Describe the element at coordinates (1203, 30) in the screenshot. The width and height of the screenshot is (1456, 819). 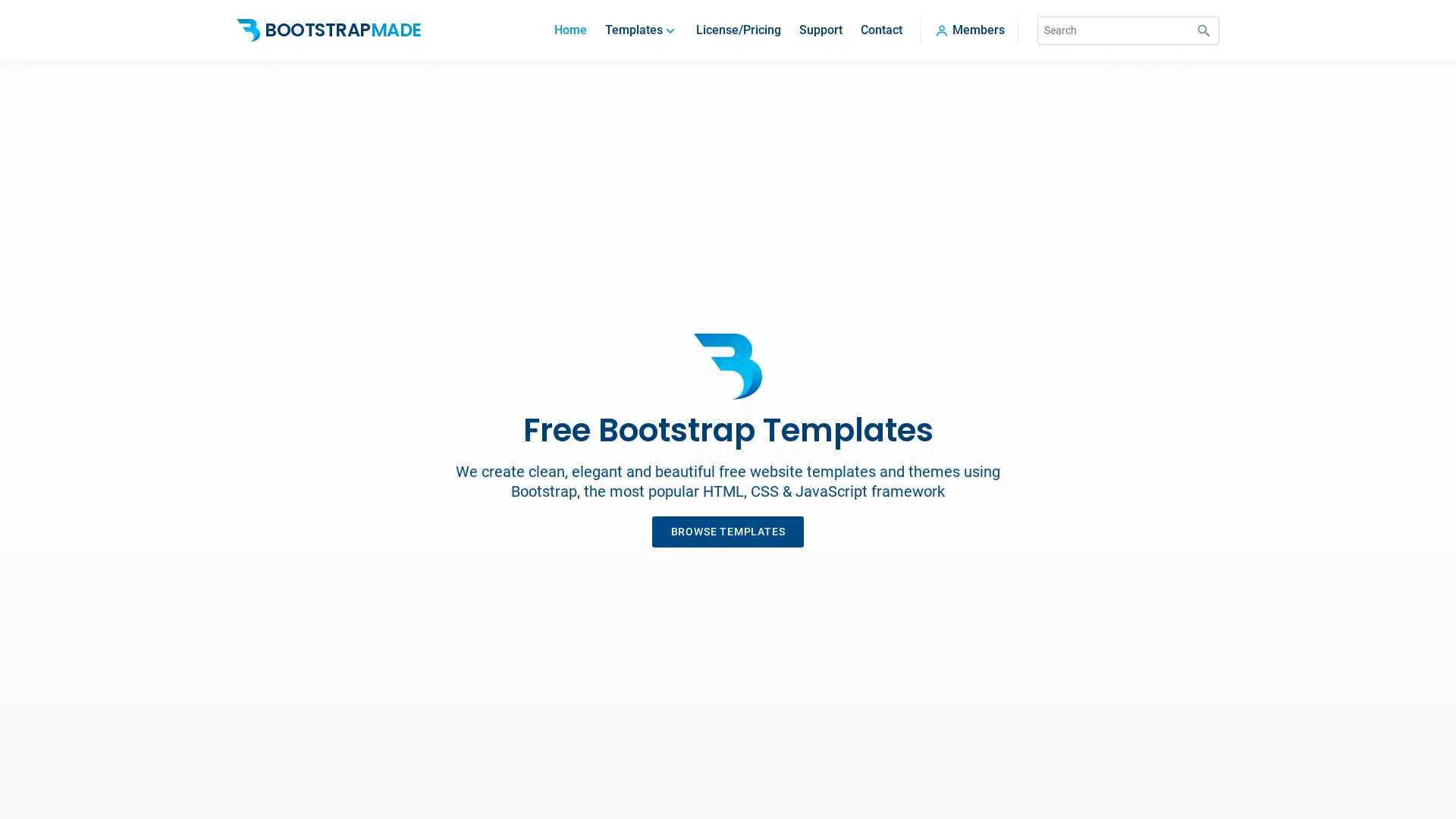
I see `Search` at that location.